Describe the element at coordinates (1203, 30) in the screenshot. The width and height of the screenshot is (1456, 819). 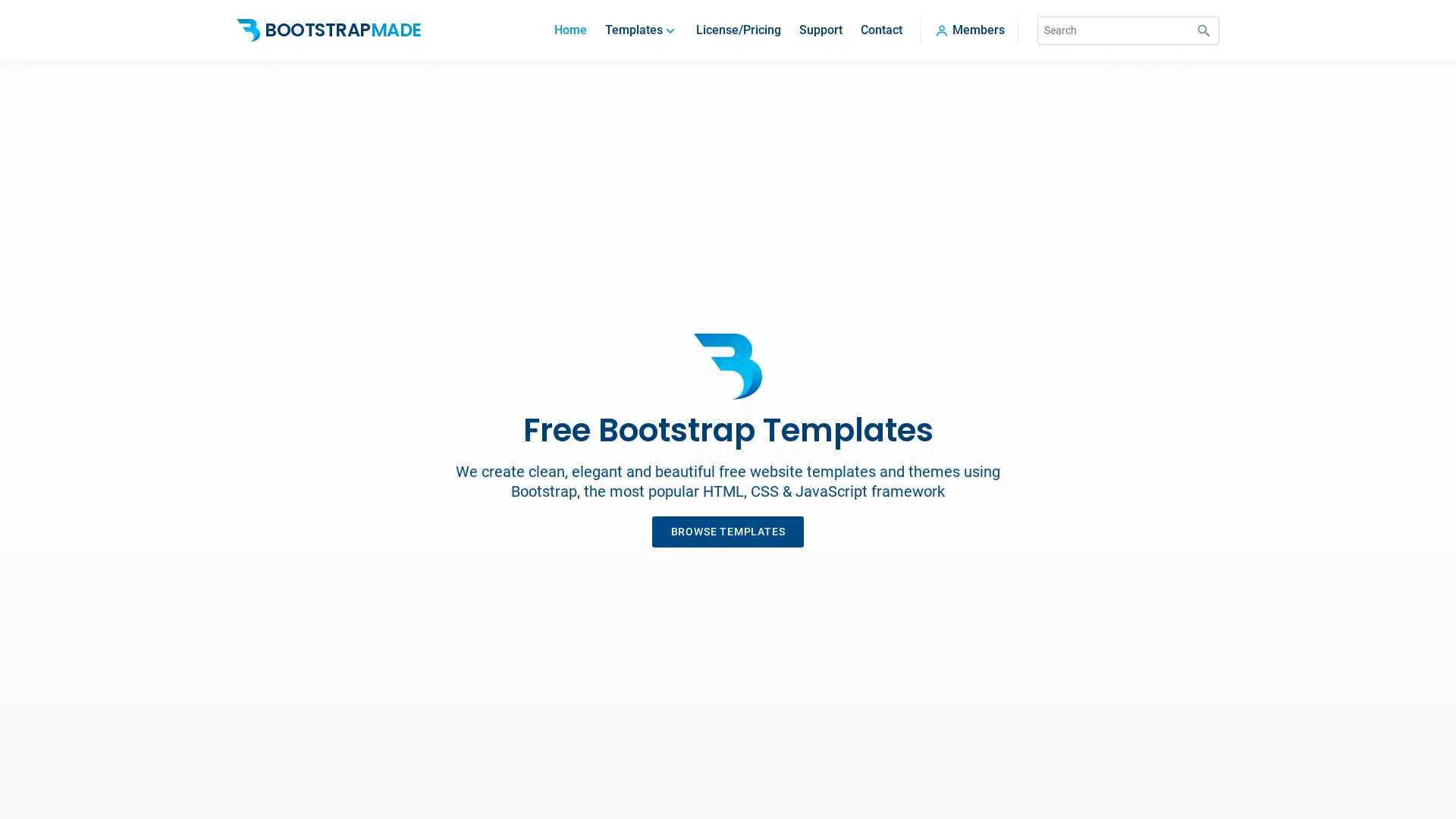
I see `Search` at that location.